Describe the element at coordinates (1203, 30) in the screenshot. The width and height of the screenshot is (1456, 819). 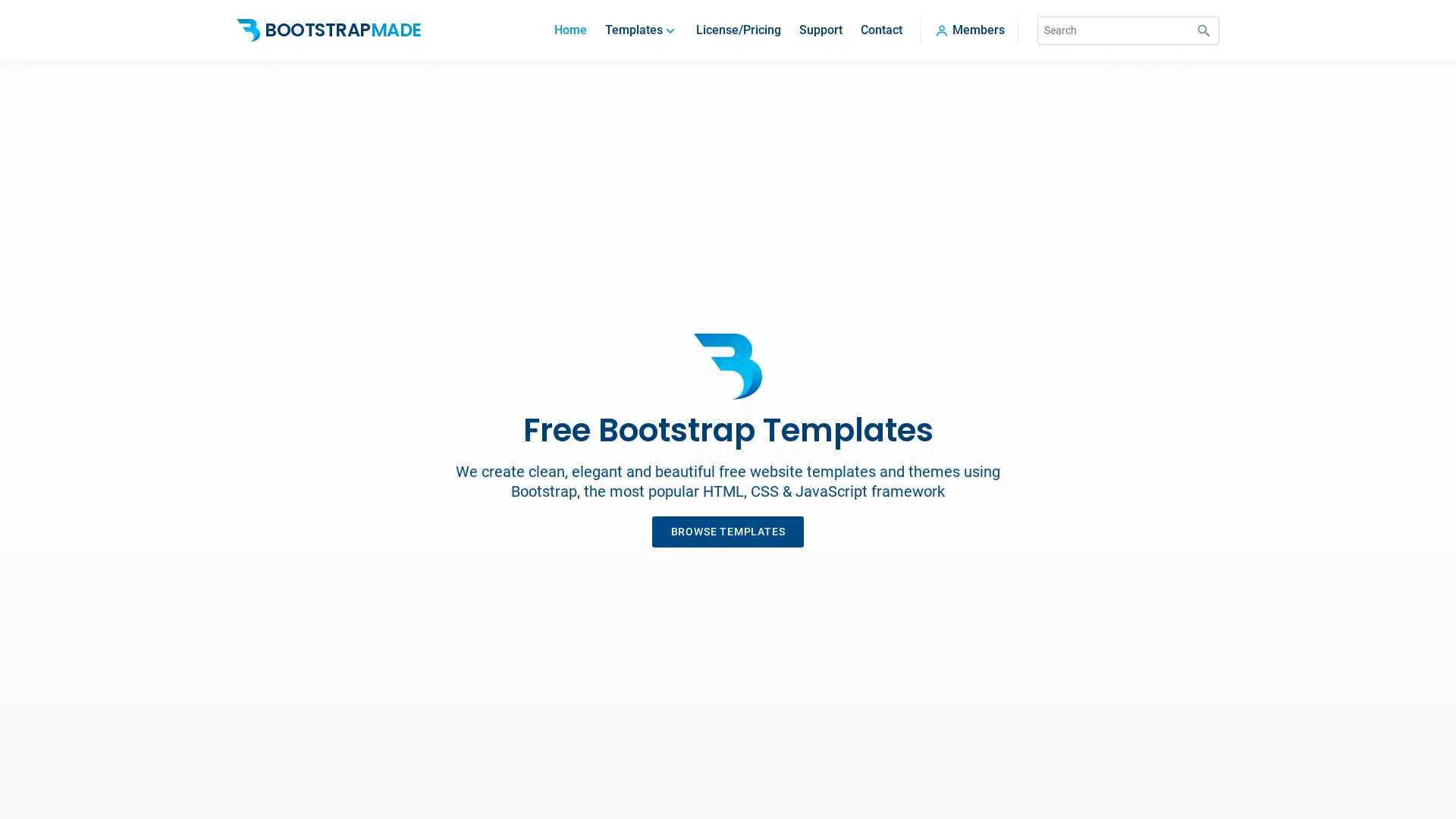
I see `Search` at that location.